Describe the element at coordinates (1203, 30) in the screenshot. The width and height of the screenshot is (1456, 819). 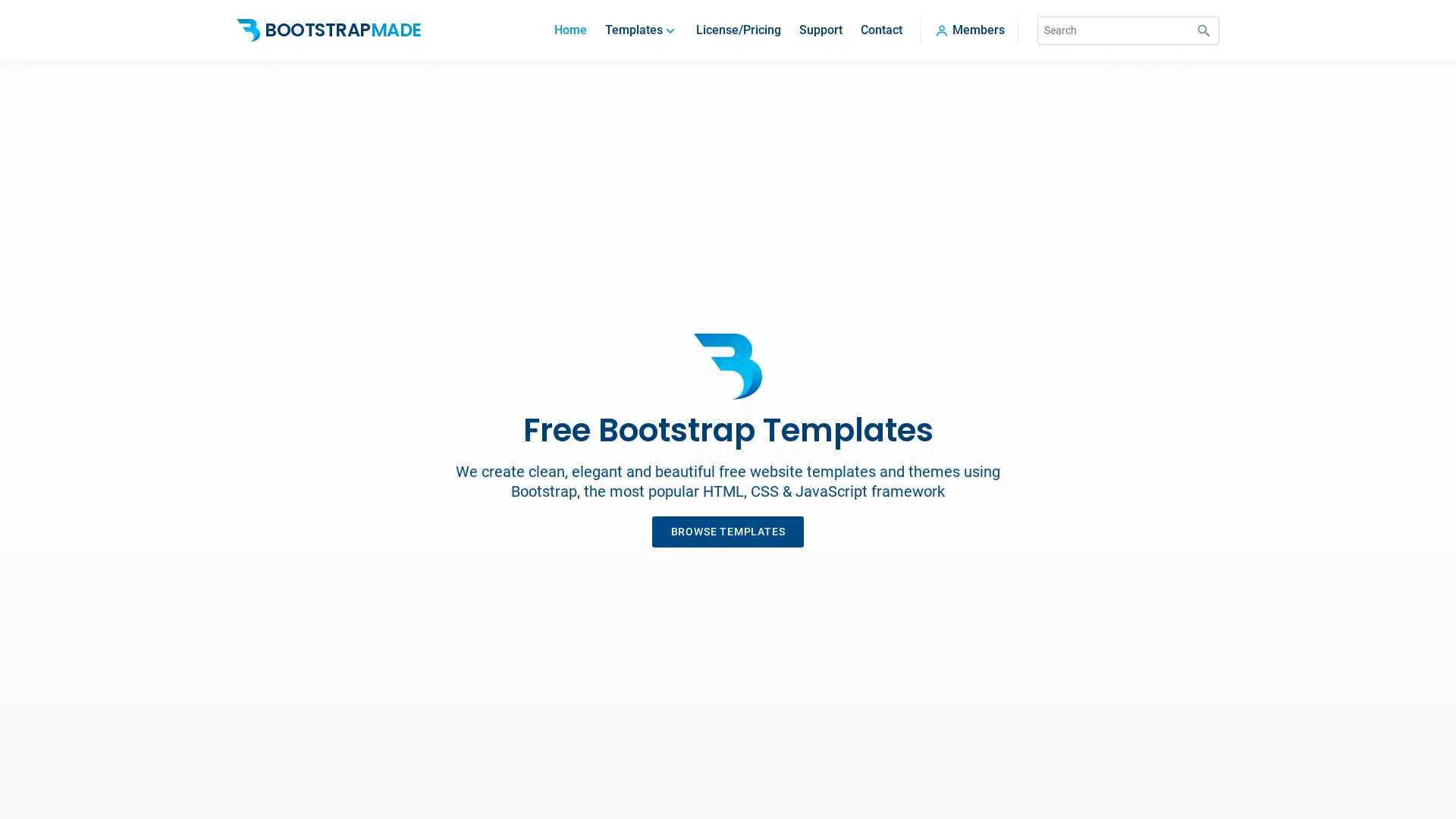
I see `Search` at that location.